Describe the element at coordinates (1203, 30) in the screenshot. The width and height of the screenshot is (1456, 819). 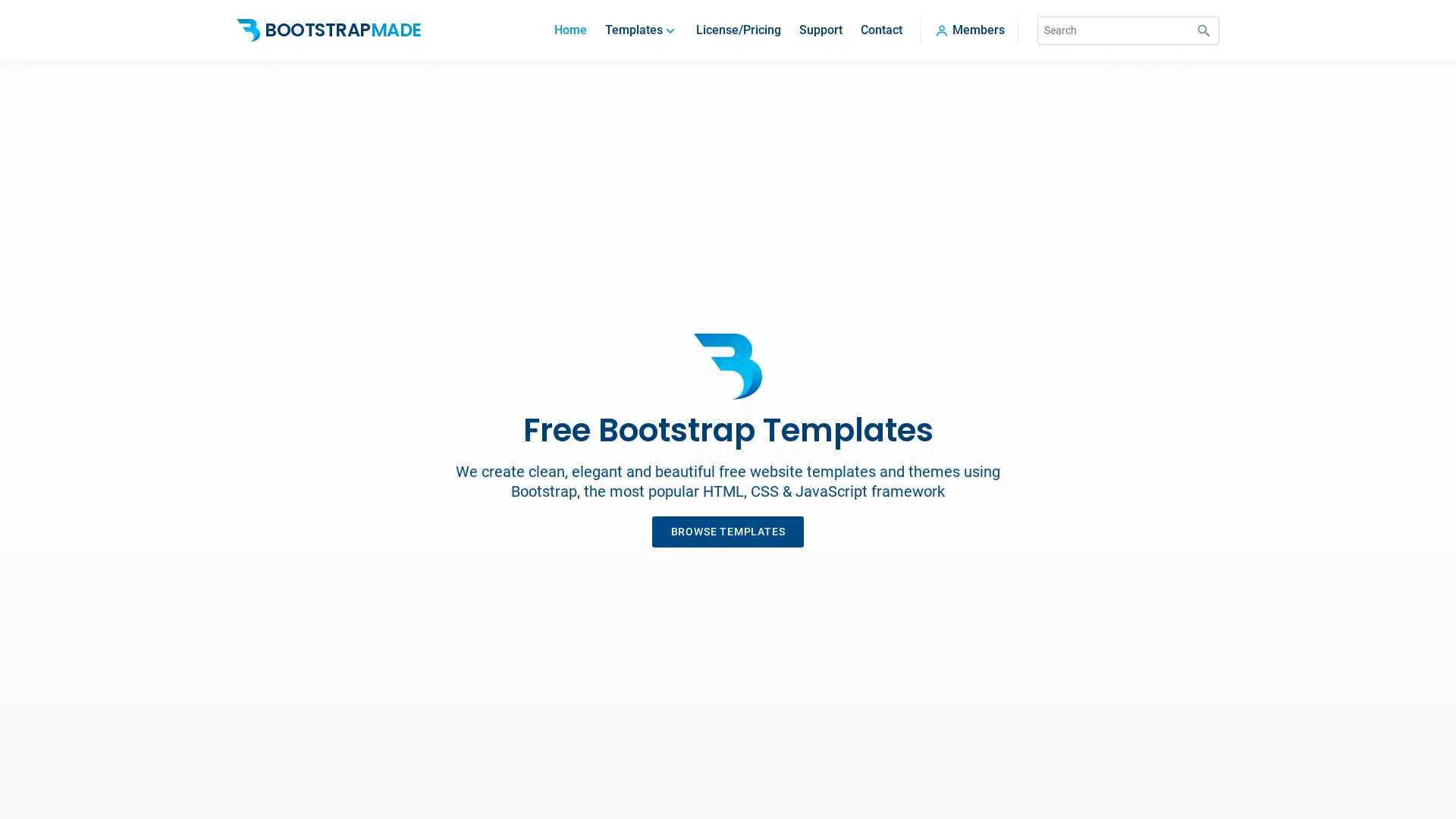
I see `Search` at that location.